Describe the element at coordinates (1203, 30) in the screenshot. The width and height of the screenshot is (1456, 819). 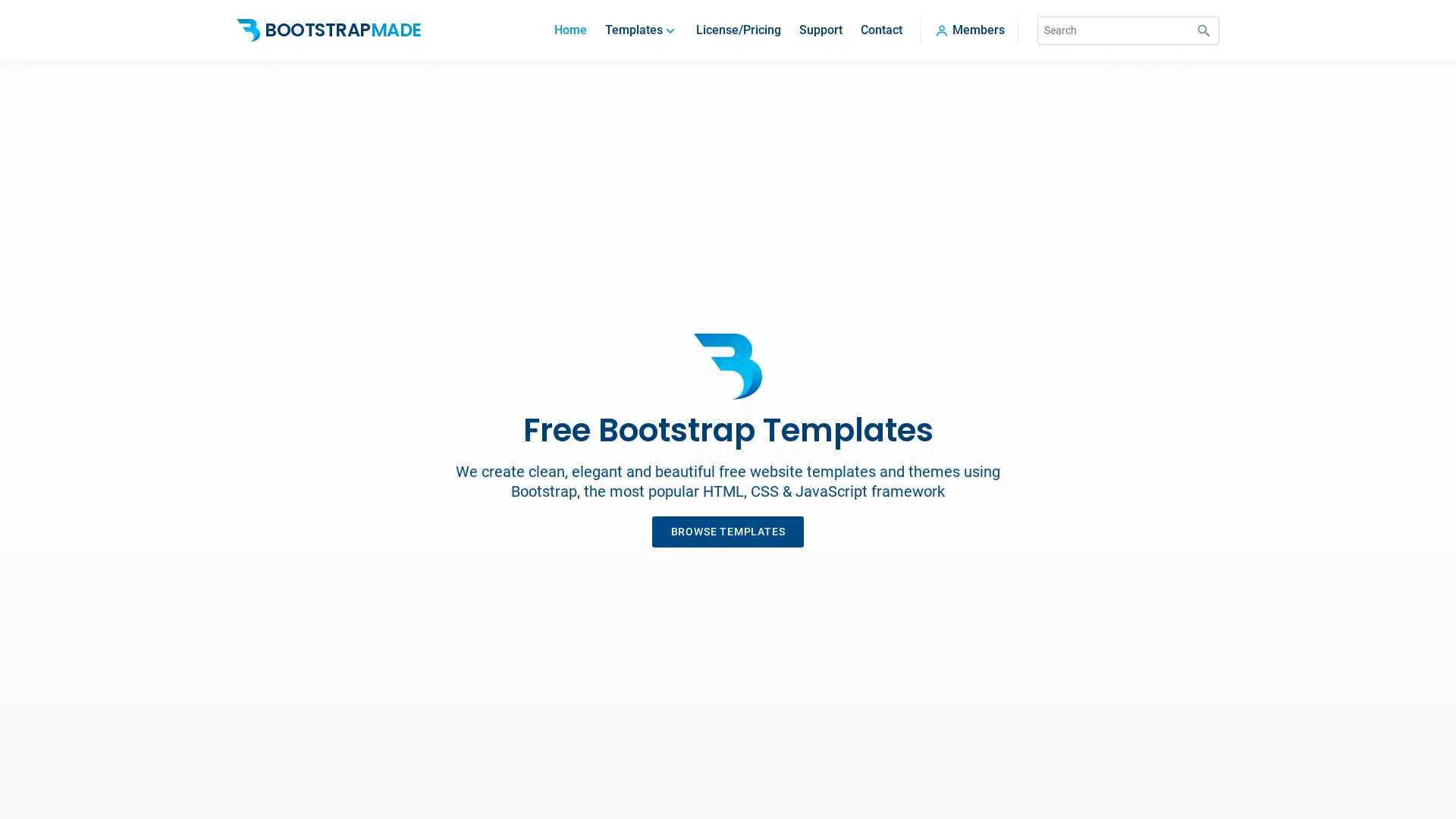
I see `Search` at that location.